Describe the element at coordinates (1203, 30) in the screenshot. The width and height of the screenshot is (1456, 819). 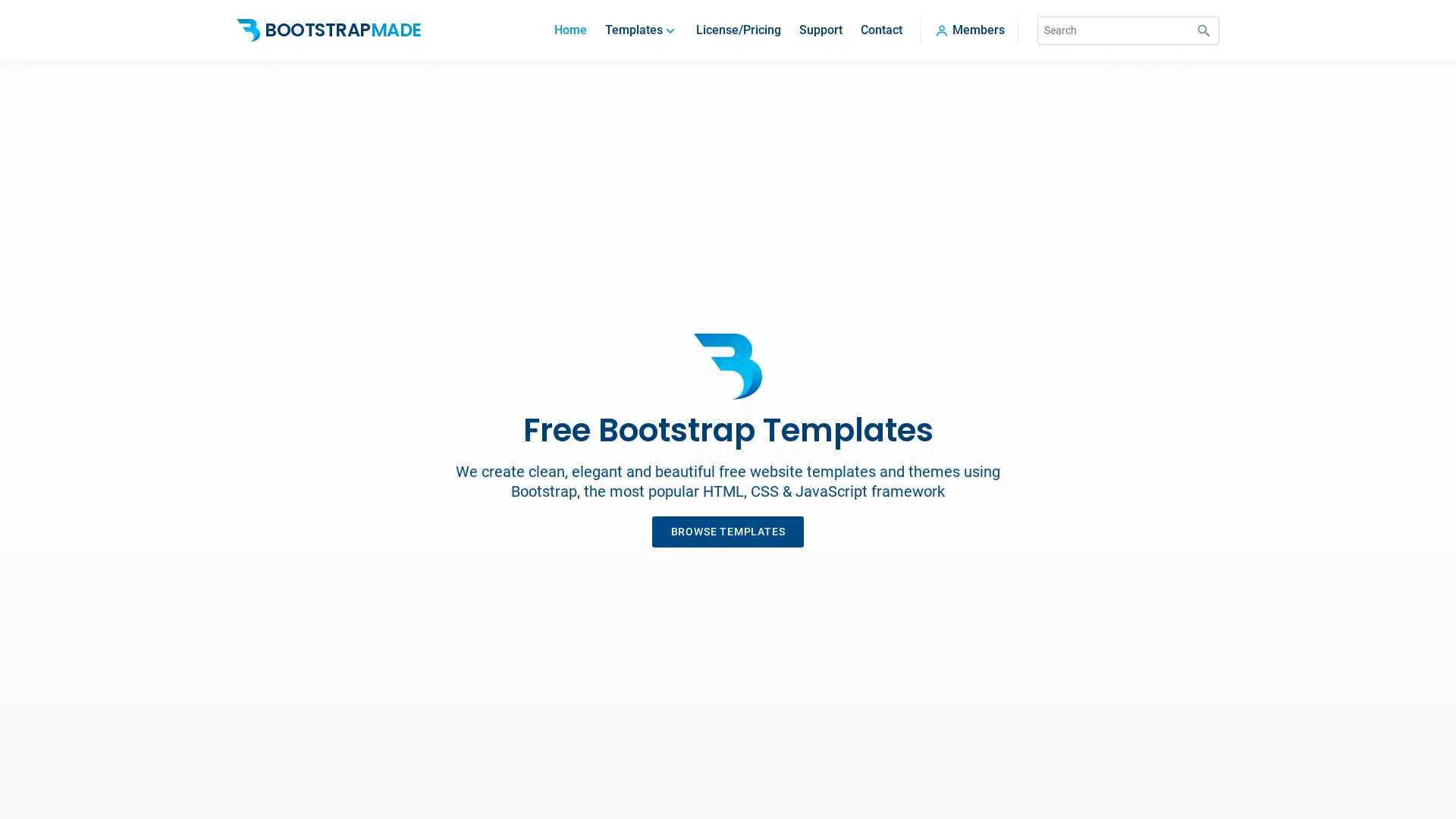
I see `Search` at that location.